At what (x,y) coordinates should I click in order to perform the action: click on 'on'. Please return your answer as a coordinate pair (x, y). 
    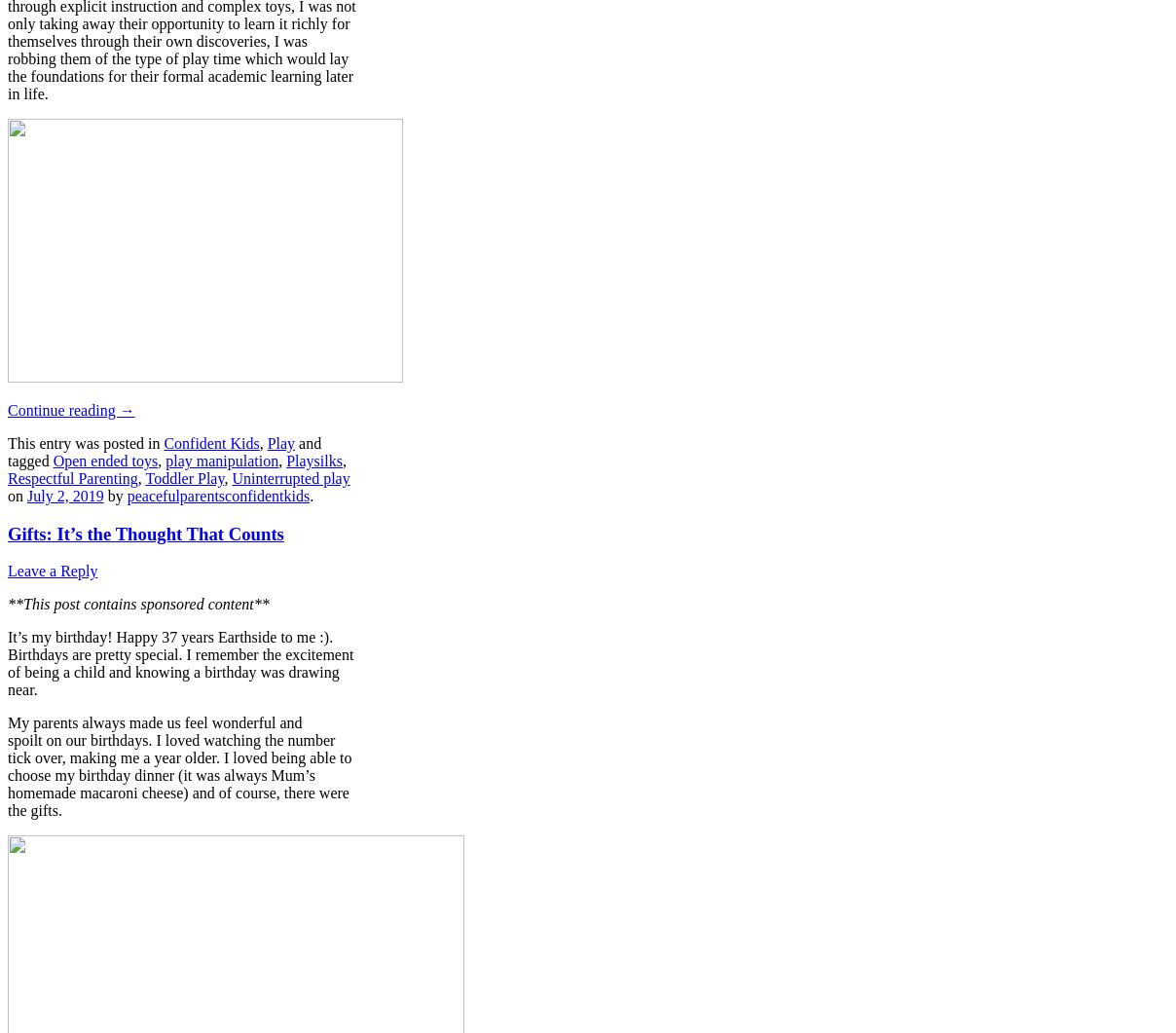
    Looking at the image, I should click on (16, 495).